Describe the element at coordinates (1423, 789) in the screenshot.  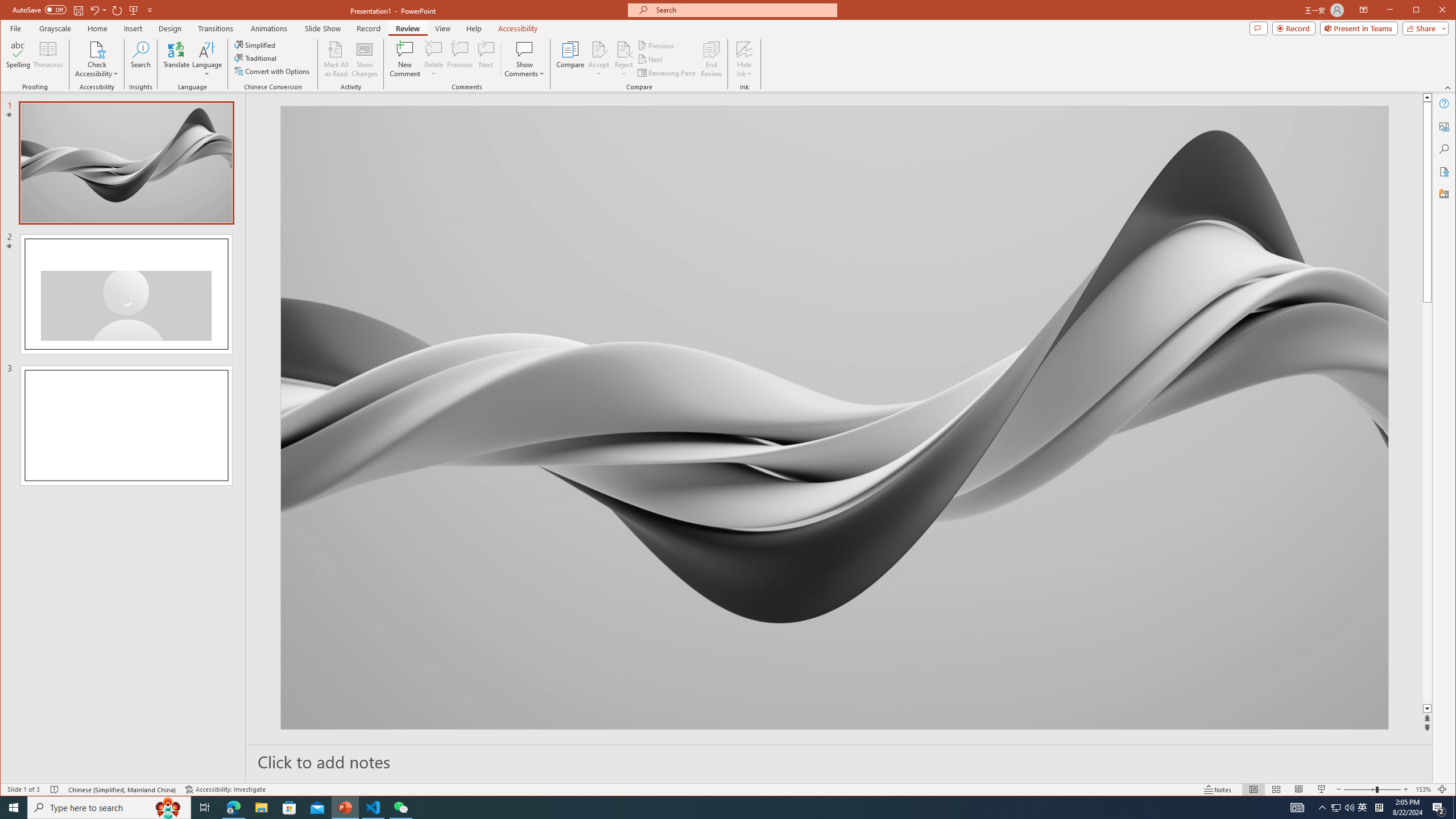
I see `'Zoom 153%'` at that location.